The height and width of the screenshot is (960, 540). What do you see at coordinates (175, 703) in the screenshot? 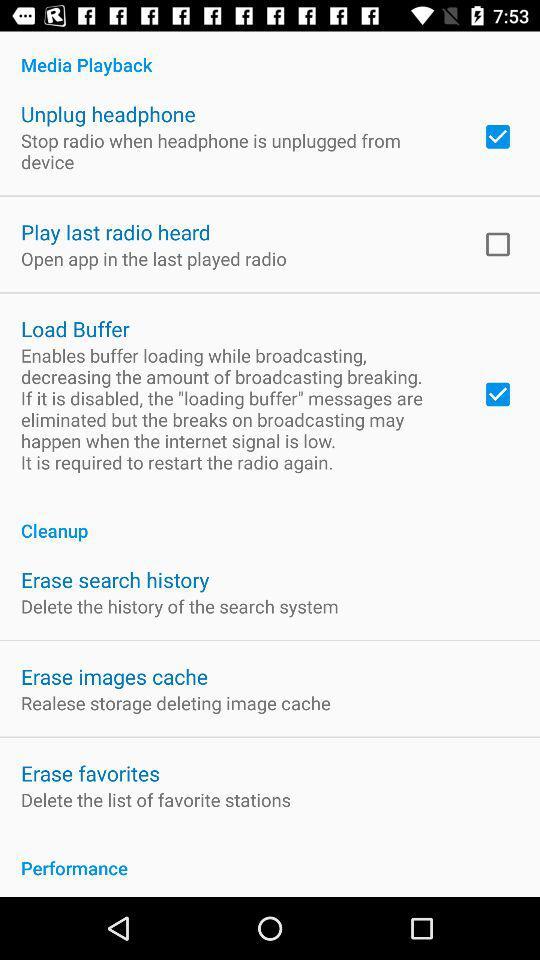
I see `the realese storage deleting item` at bounding box center [175, 703].